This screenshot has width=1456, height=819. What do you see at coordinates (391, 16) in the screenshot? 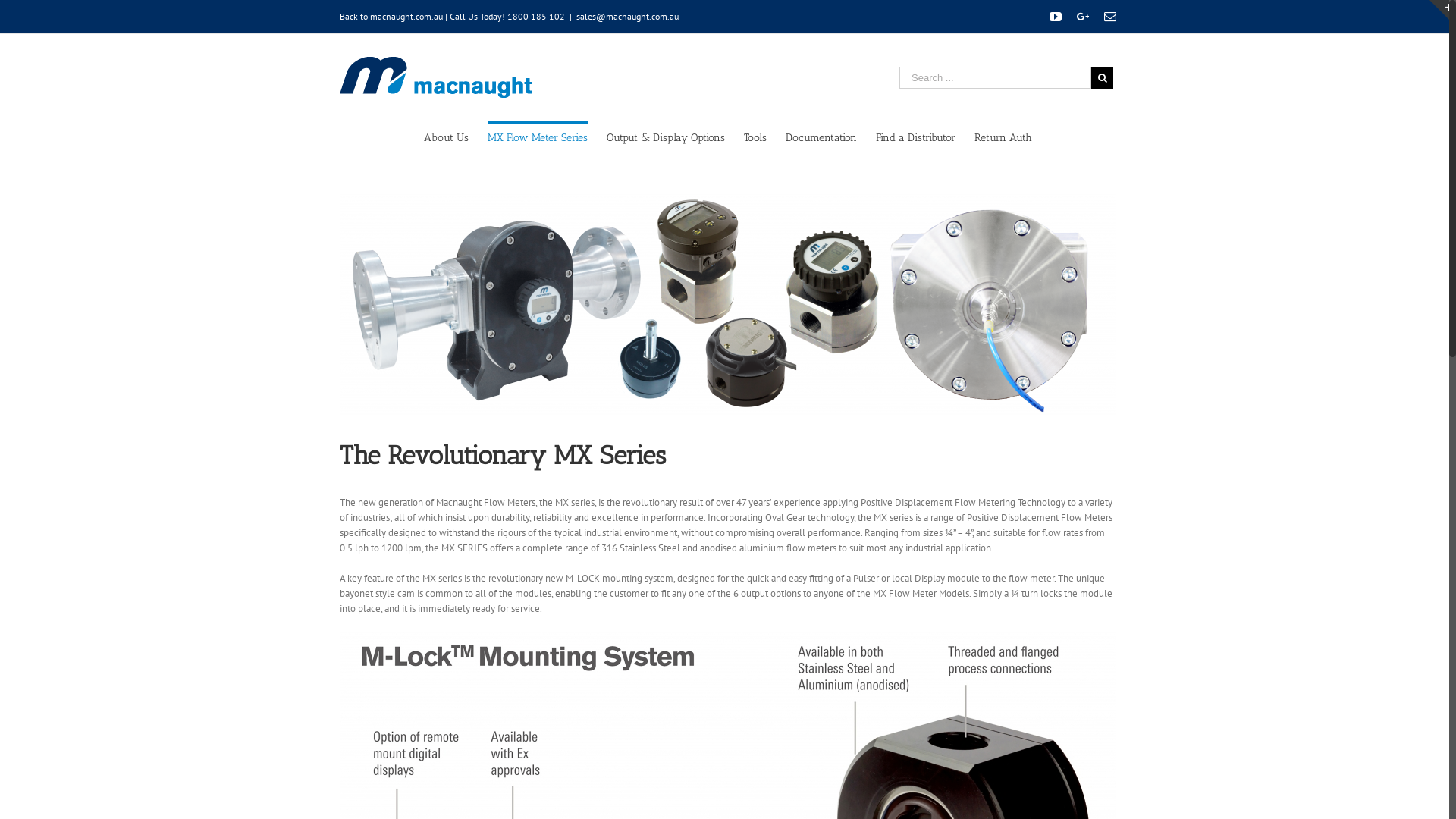
I see `'Back to macnaught.com.au'` at bounding box center [391, 16].